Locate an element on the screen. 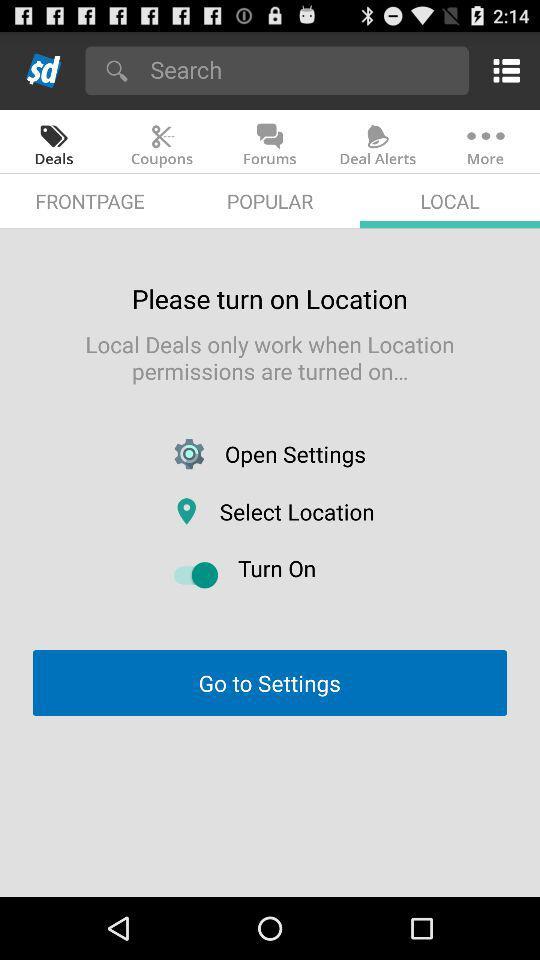 The image size is (540, 960). the app at the bottom is located at coordinates (269, 683).